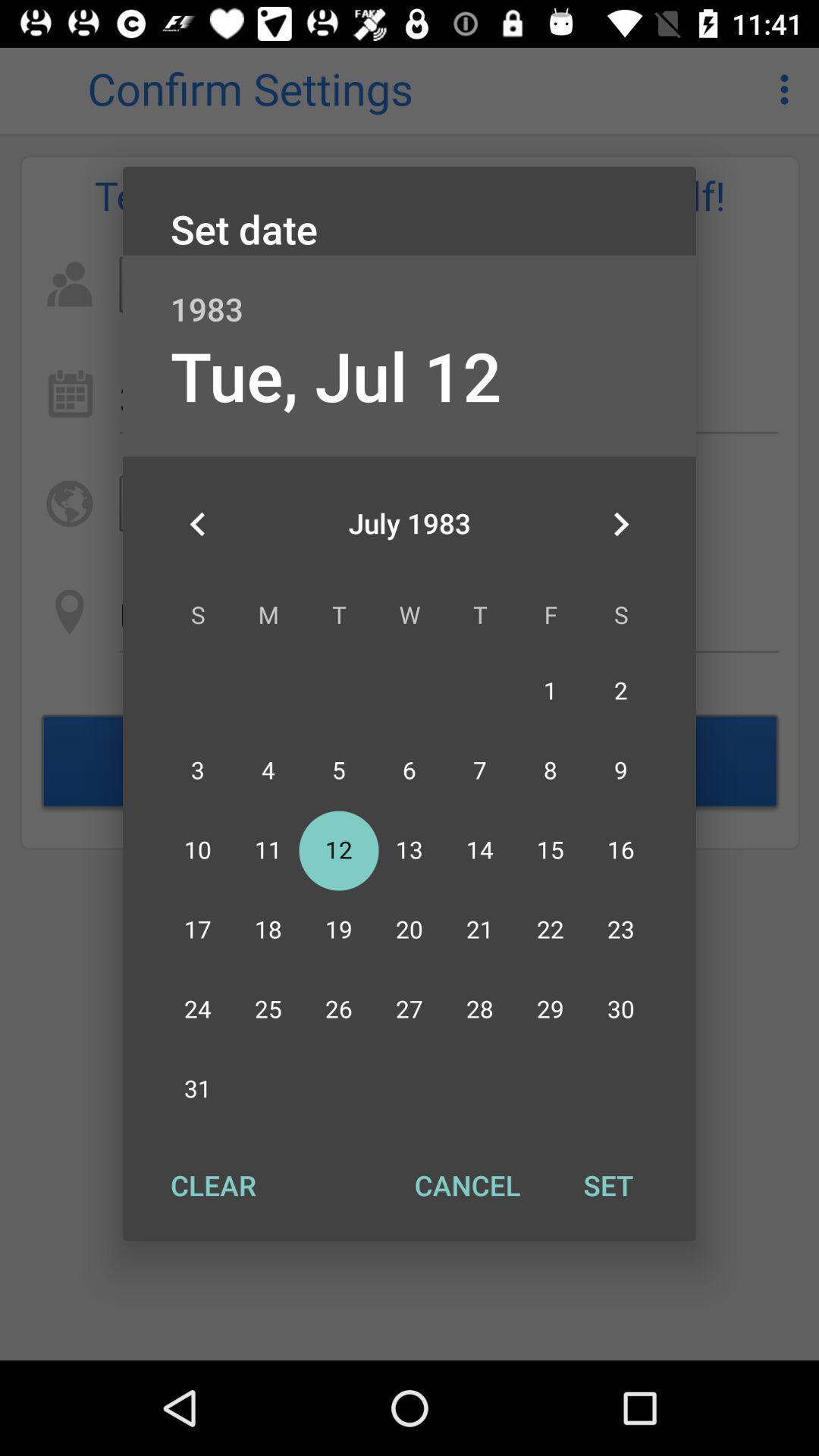  I want to click on the icon to the right of the clear item, so click(466, 1185).